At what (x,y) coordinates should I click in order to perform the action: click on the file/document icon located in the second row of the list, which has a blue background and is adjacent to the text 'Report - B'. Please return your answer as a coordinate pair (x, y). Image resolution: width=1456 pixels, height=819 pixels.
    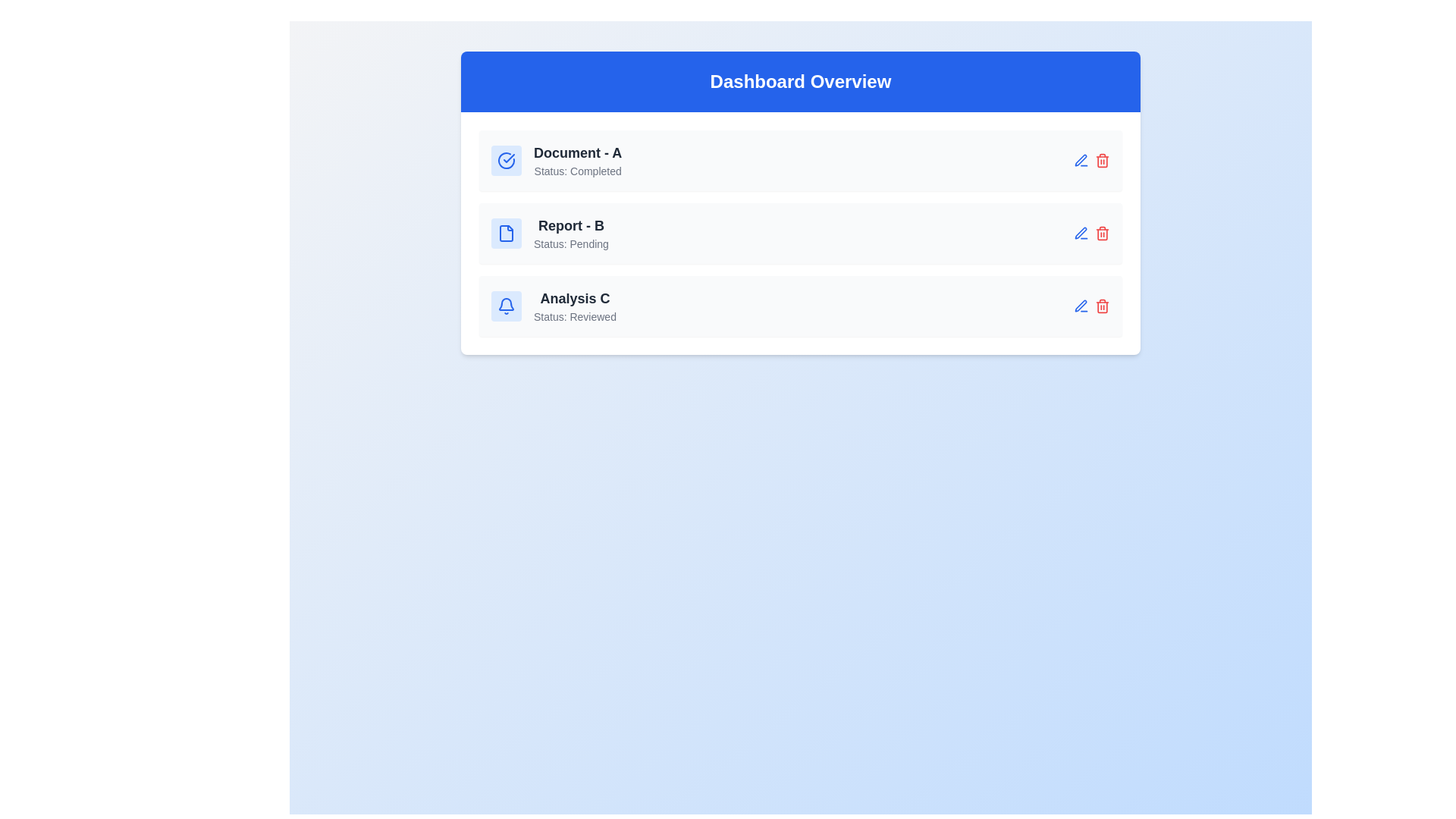
    Looking at the image, I should click on (506, 234).